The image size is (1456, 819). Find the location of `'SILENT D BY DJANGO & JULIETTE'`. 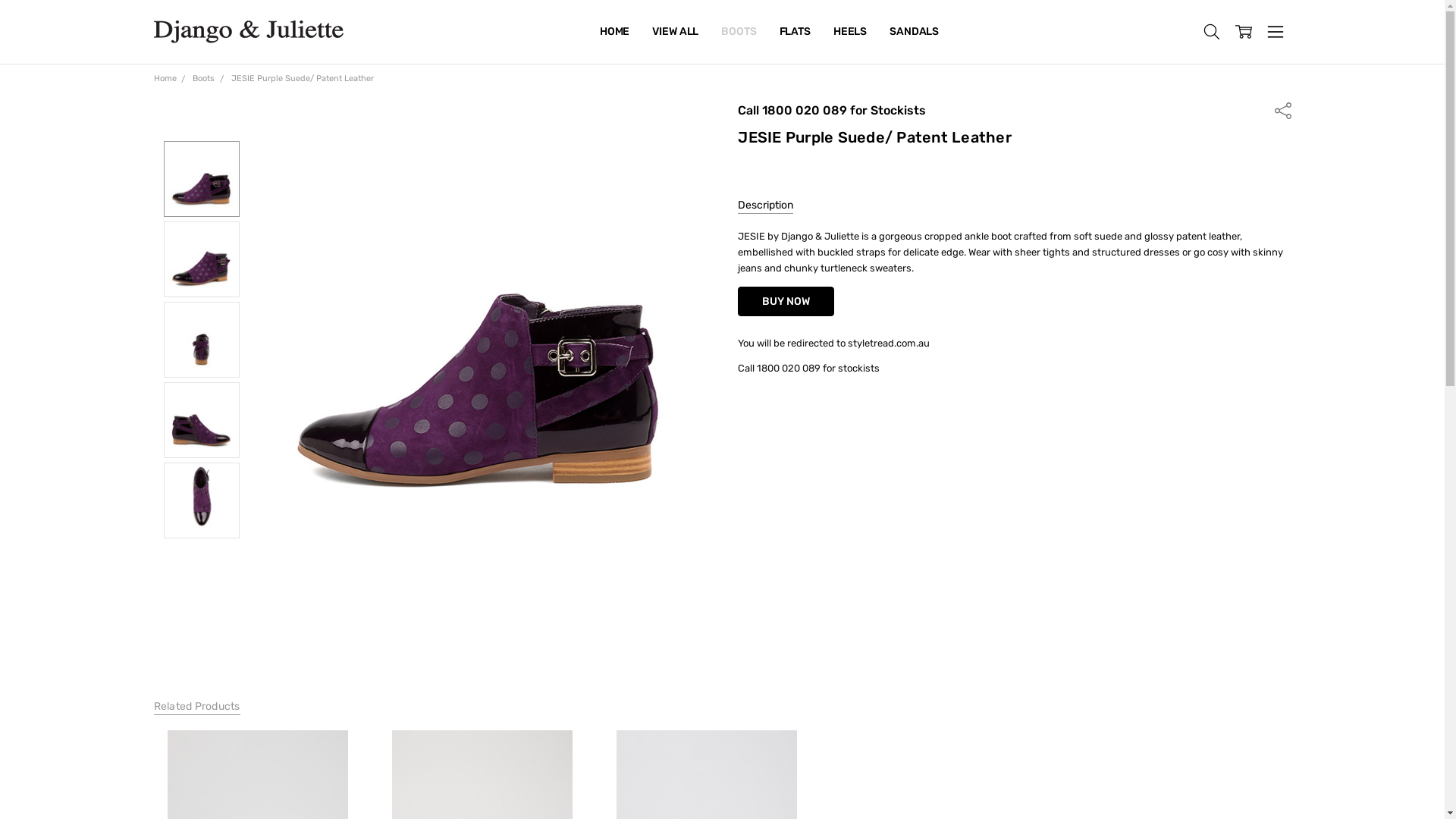

'SILENT D BY DJANGO & JULIETTE' is located at coordinates (683, 32).